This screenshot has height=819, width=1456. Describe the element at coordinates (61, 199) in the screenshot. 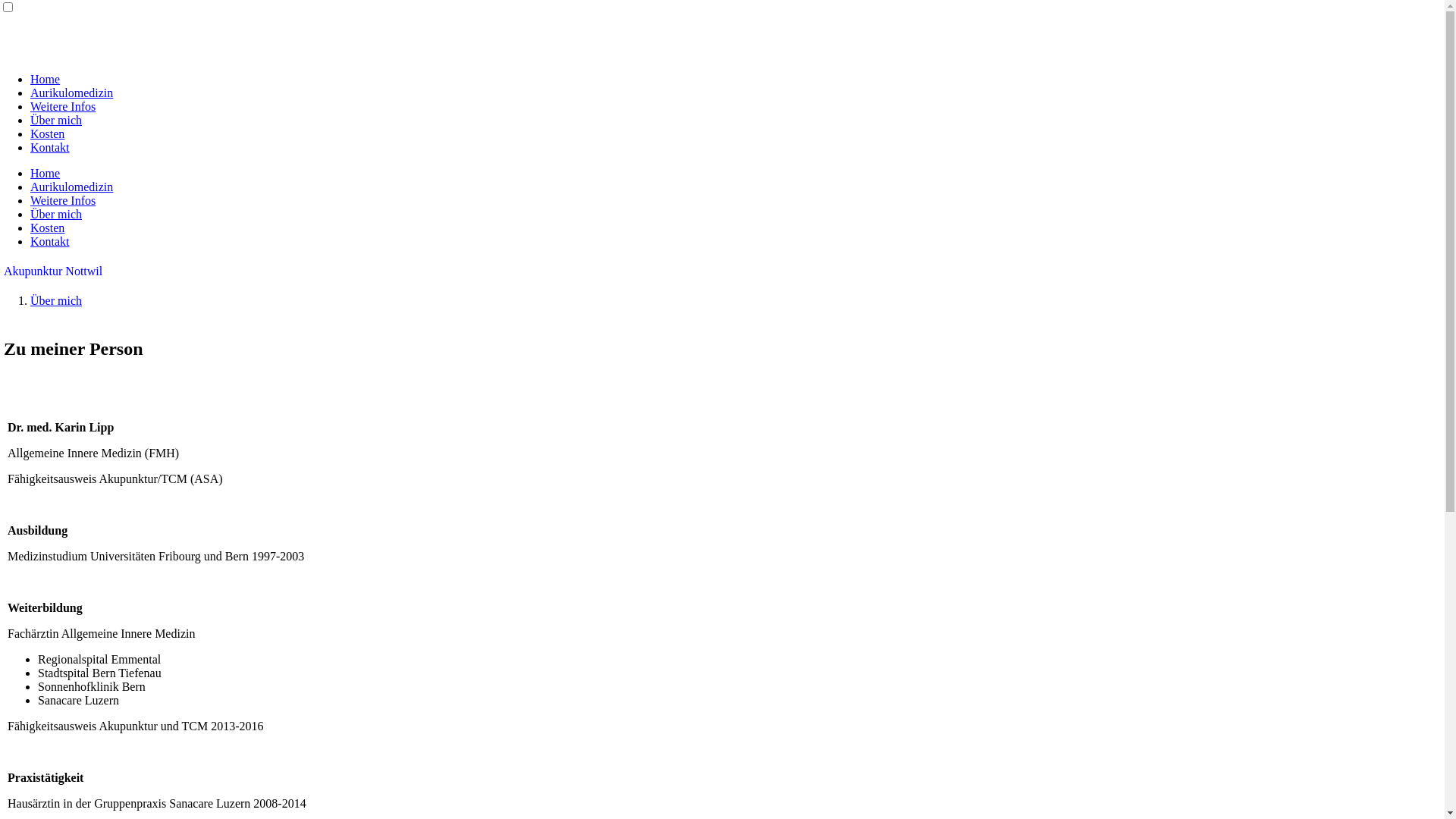

I see `'Weitere Infos'` at that location.